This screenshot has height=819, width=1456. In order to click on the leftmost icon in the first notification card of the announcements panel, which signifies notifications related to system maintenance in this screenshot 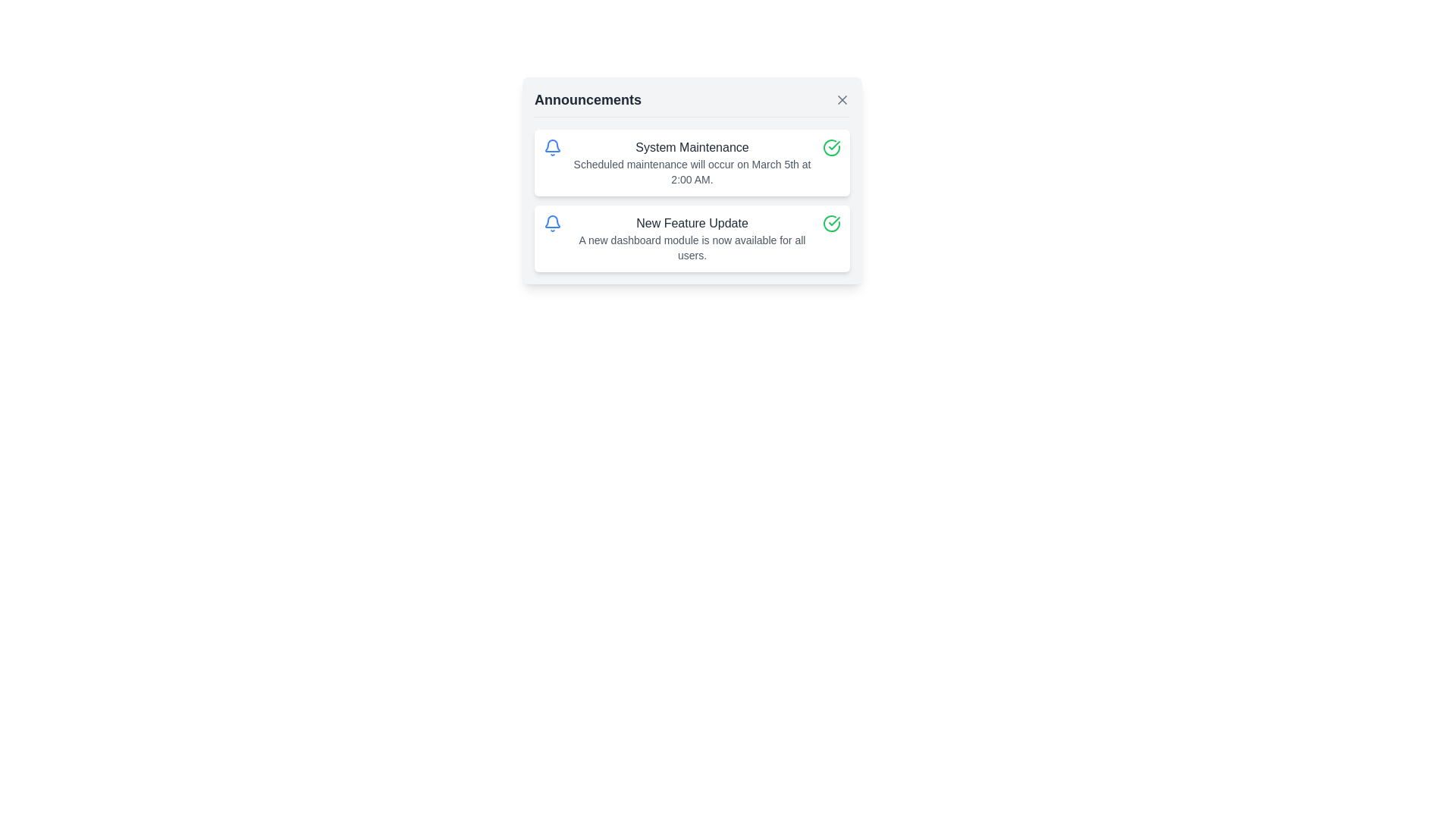, I will do `click(552, 148)`.